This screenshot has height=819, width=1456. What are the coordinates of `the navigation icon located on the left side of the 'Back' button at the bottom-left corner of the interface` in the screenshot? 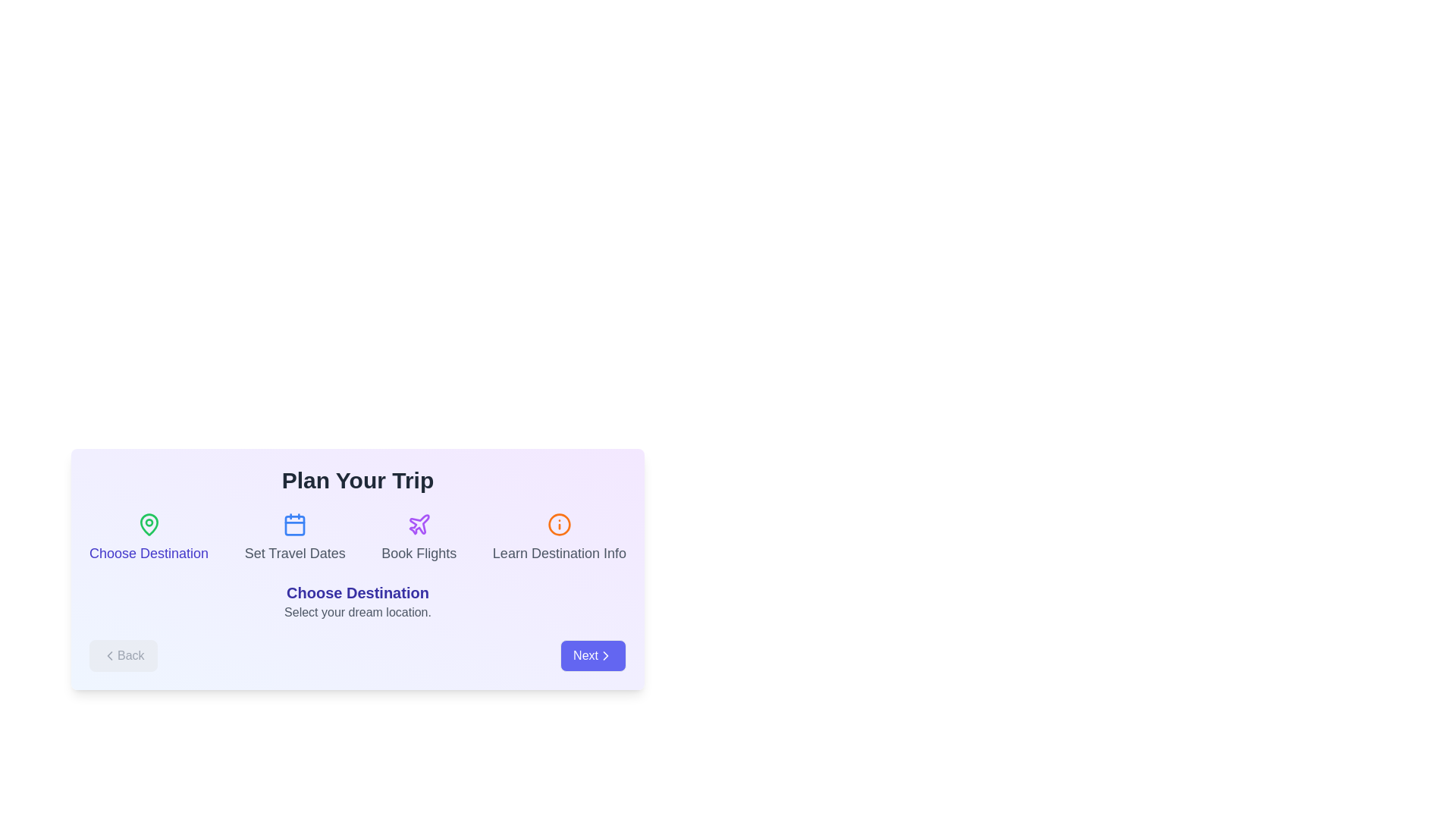 It's located at (108, 654).